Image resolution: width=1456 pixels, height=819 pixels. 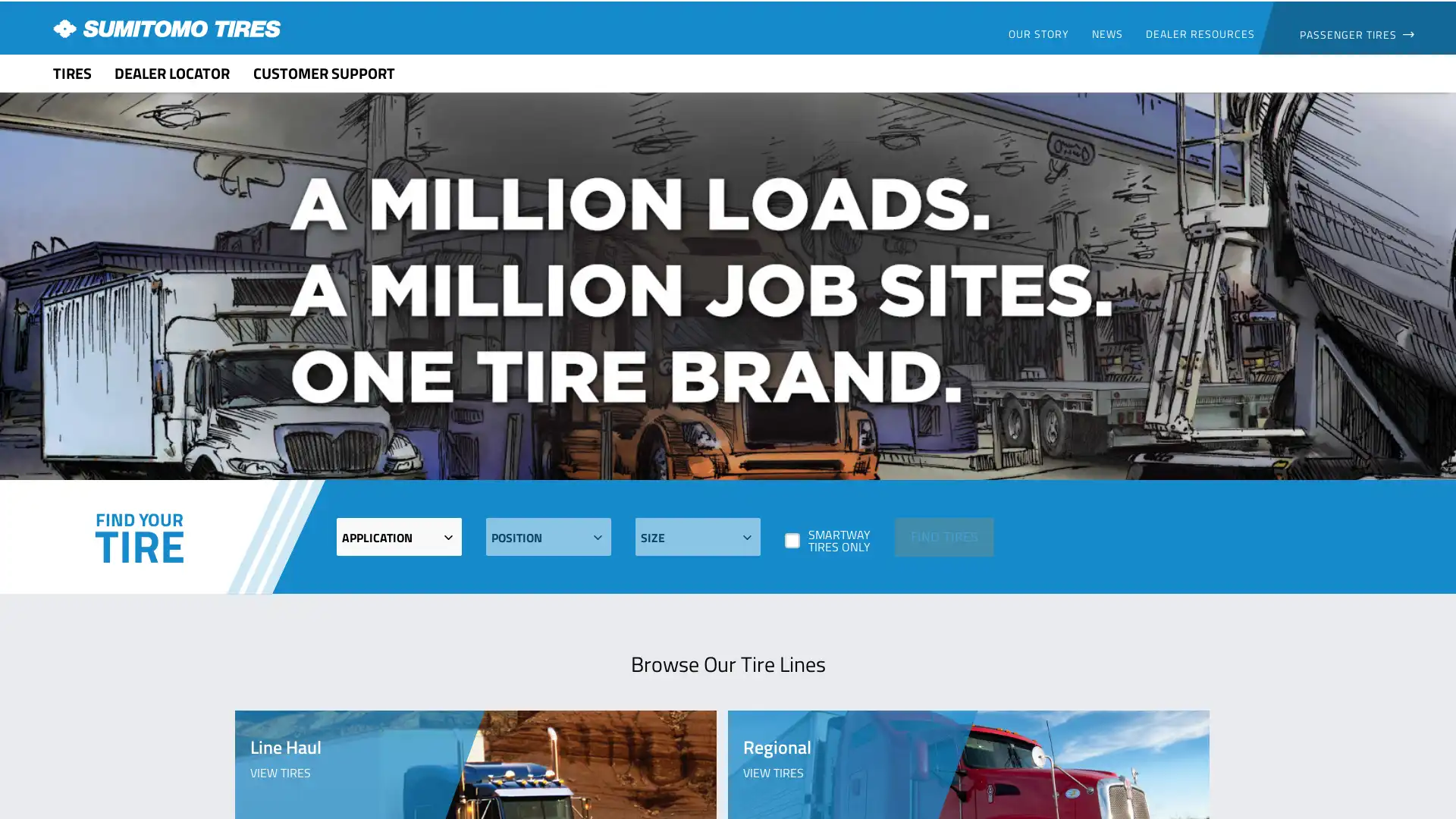 I want to click on FIND TIRES, so click(x=943, y=535).